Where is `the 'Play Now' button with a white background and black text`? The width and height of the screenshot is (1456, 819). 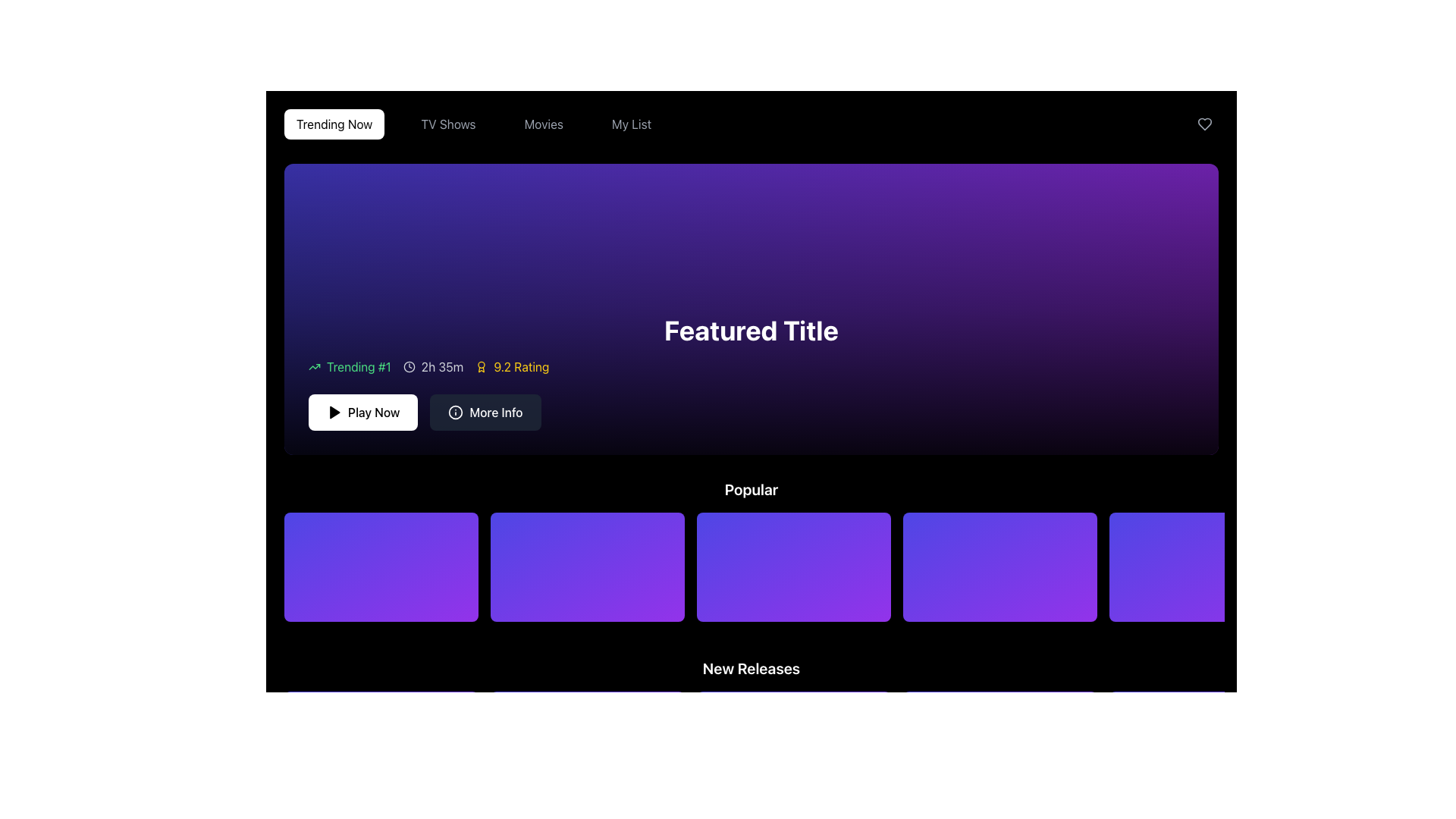 the 'Play Now' button with a white background and black text is located at coordinates (362, 412).